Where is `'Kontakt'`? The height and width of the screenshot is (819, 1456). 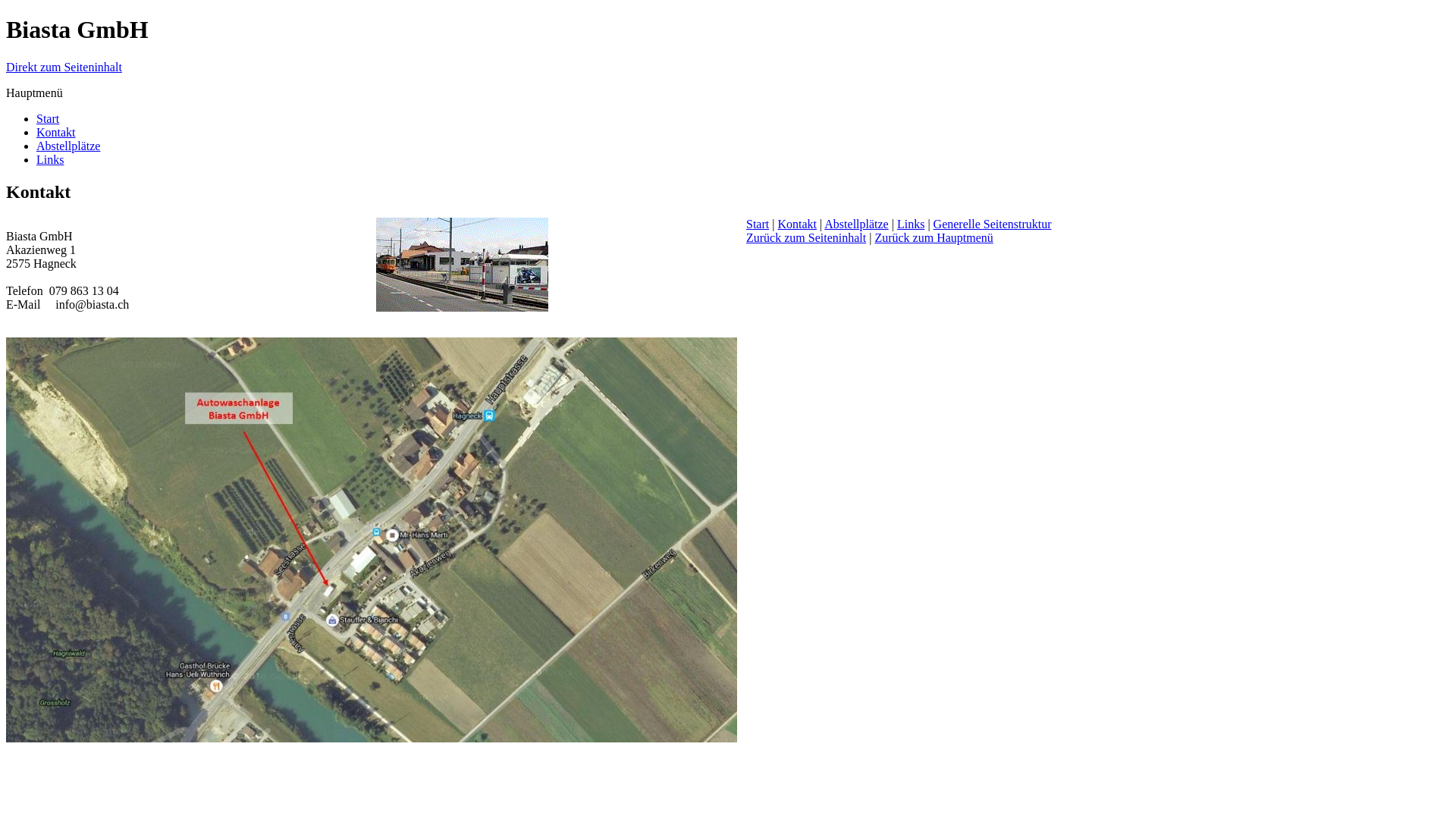
'Kontakt' is located at coordinates (55, 131).